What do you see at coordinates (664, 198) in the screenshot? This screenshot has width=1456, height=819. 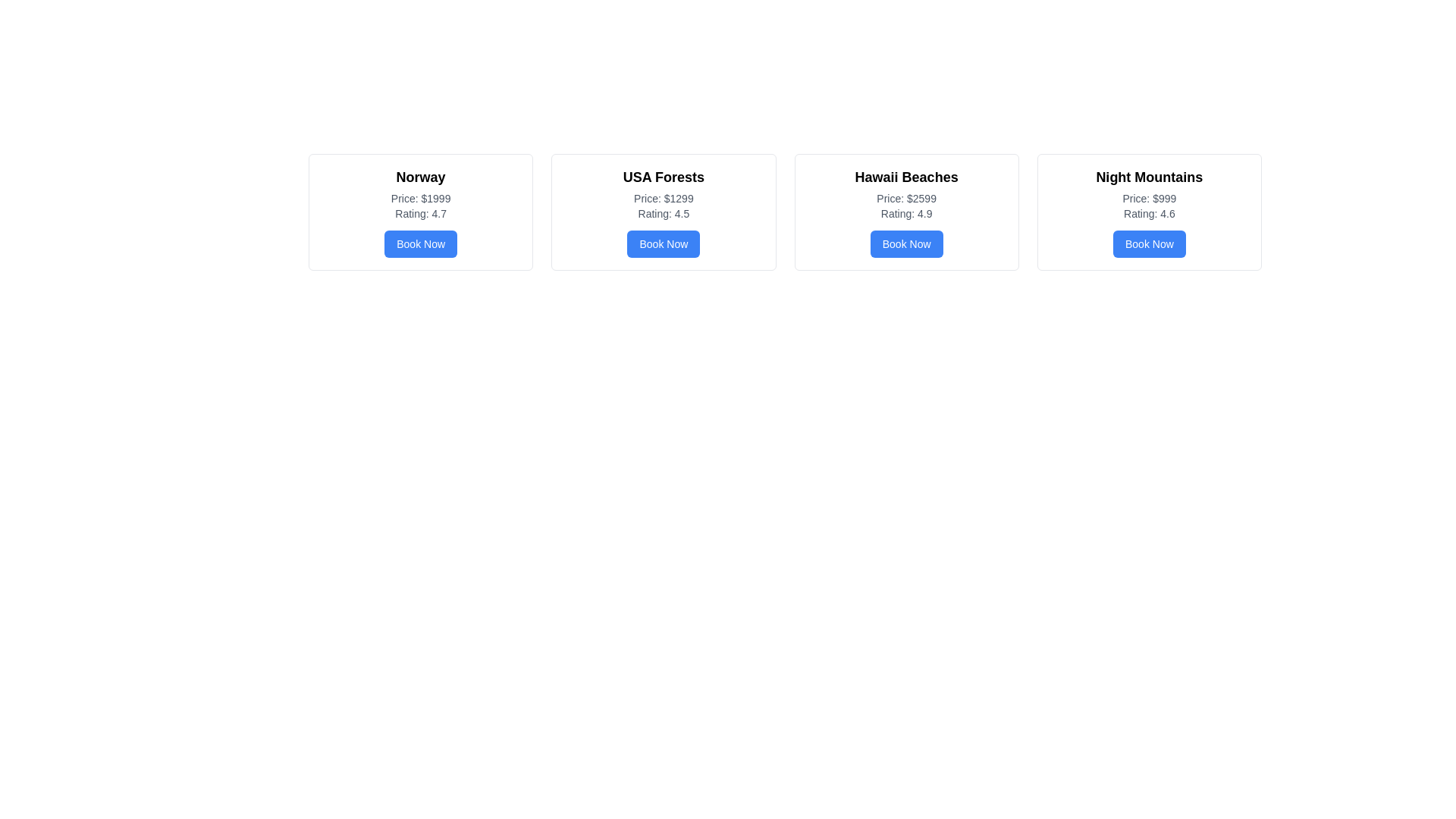 I see `the static text label indicating the price information for the 'USA Forests' item, which is positioned below the title and above the rating text` at bounding box center [664, 198].